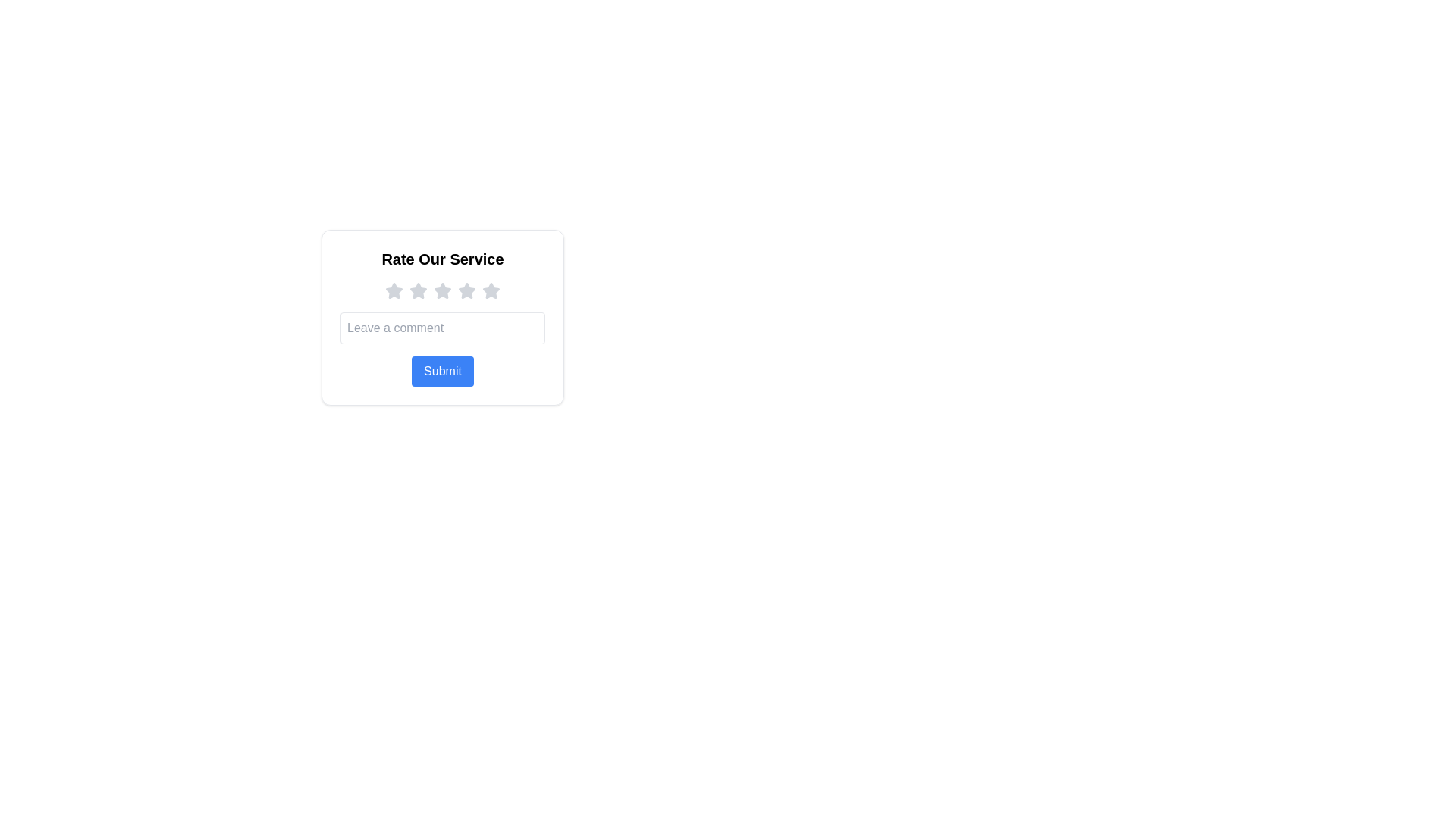  Describe the element at coordinates (442, 291) in the screenshot. I see `across the middle star in the 5-star rating system` at that location.